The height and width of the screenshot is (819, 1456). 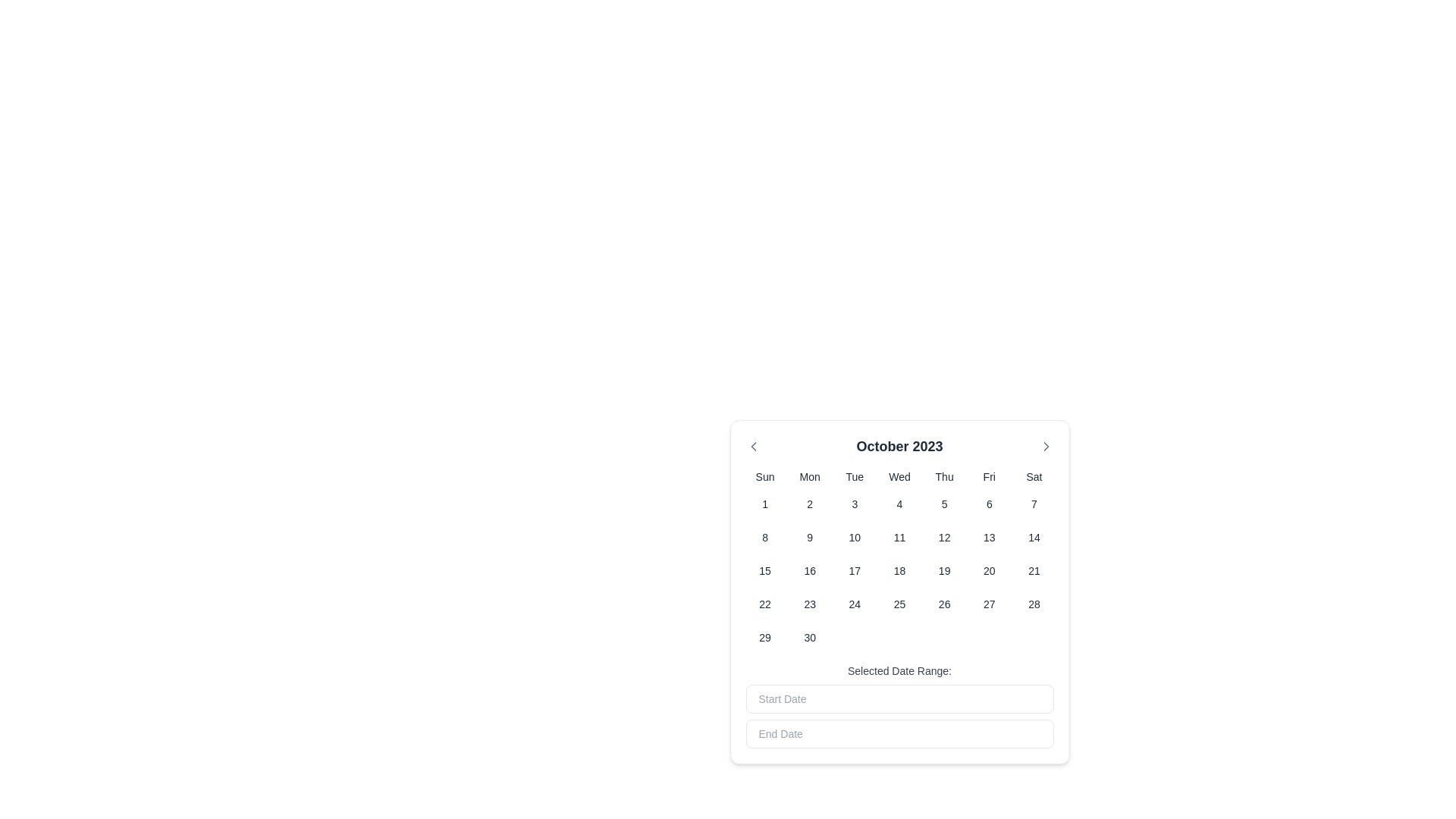 What do you see at coordinates (855, 570) in the screenshot?
I see `the selectable day button labeled '17'` at bounding box center [855, 570].